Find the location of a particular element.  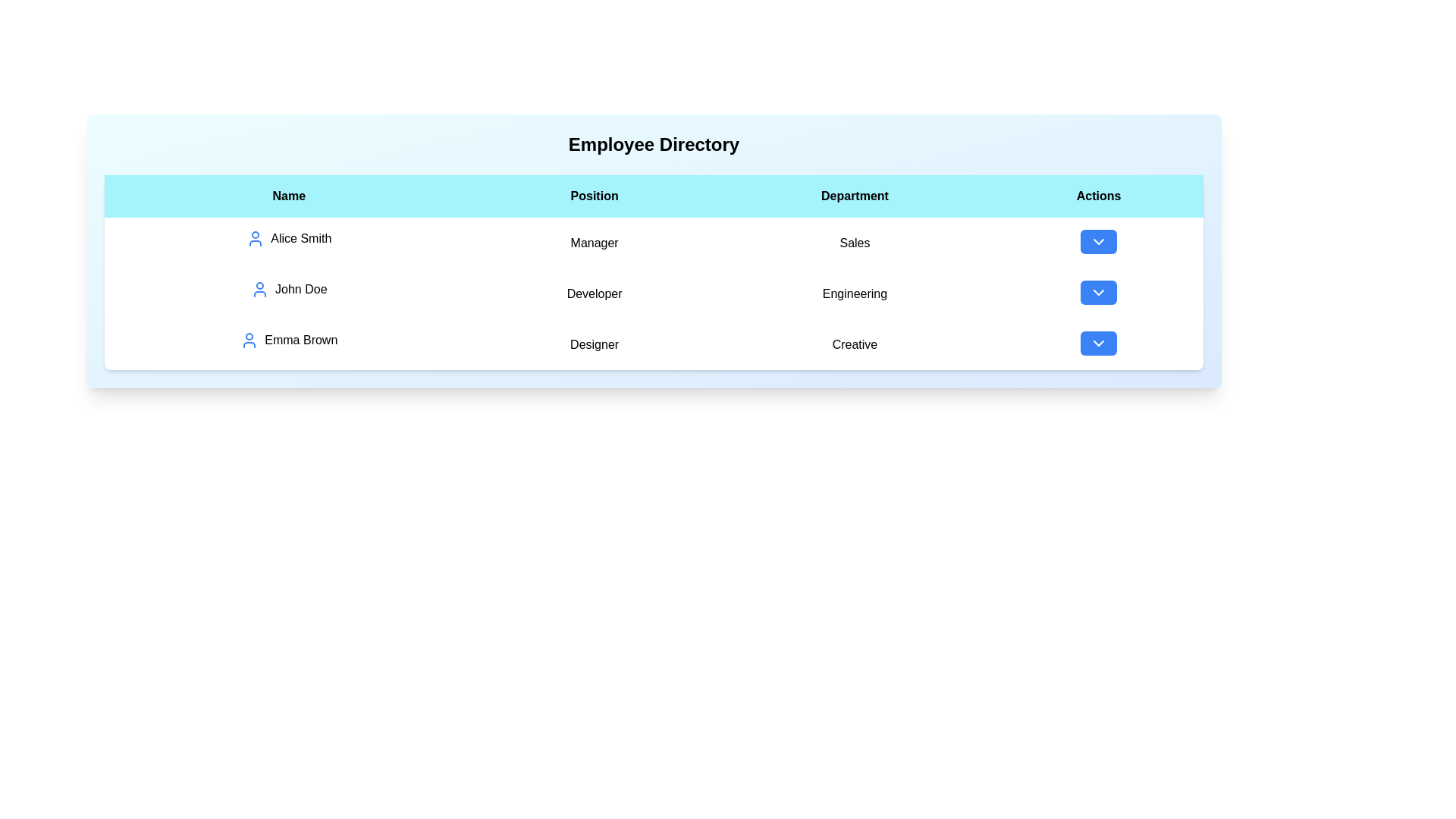

the chevron icon within the blue button in the 'Actions' column for 'John Doe' is located at coordinates (1099, 292).